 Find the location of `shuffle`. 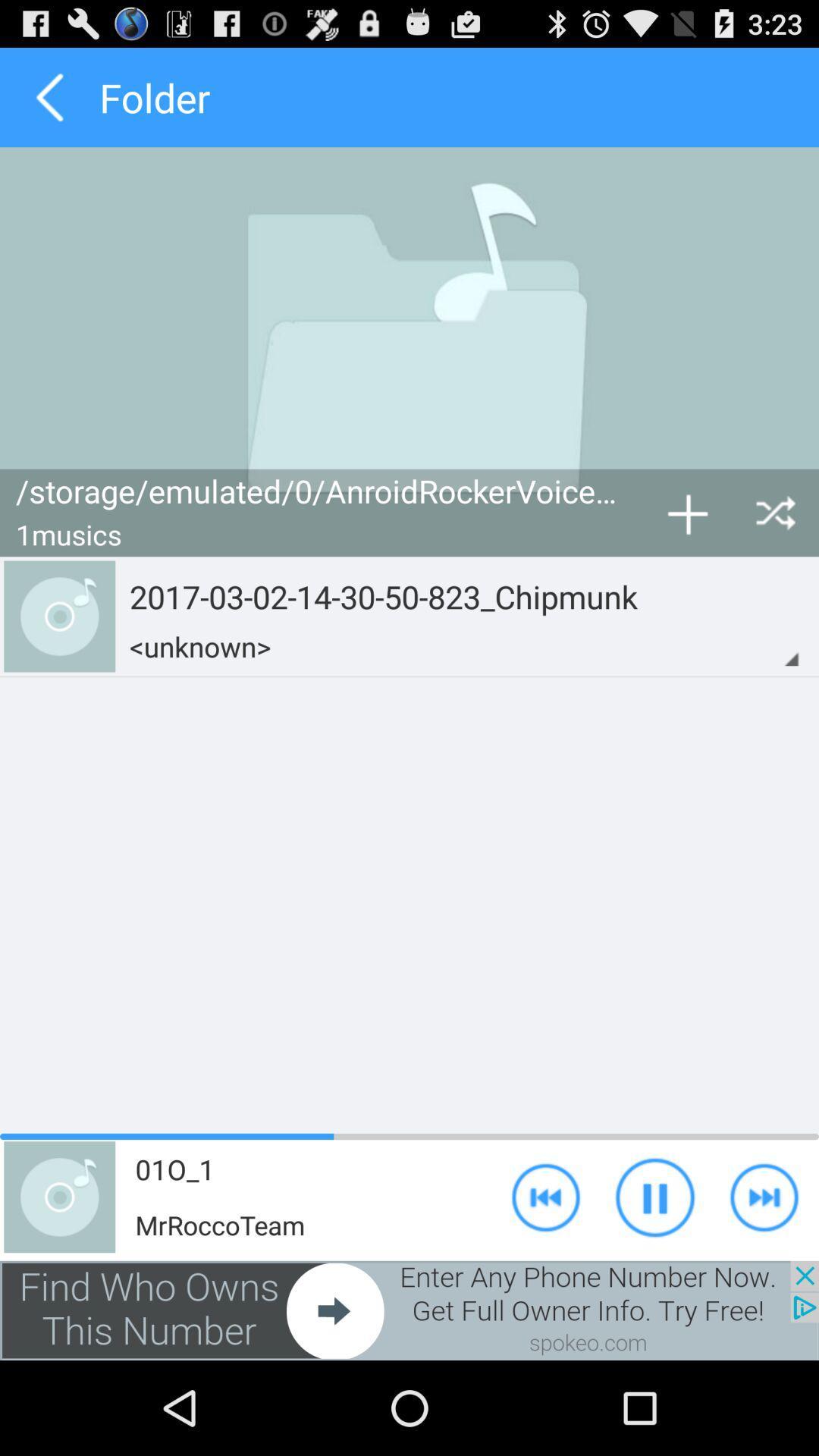

shuffle is located at coordinates (775, 513).